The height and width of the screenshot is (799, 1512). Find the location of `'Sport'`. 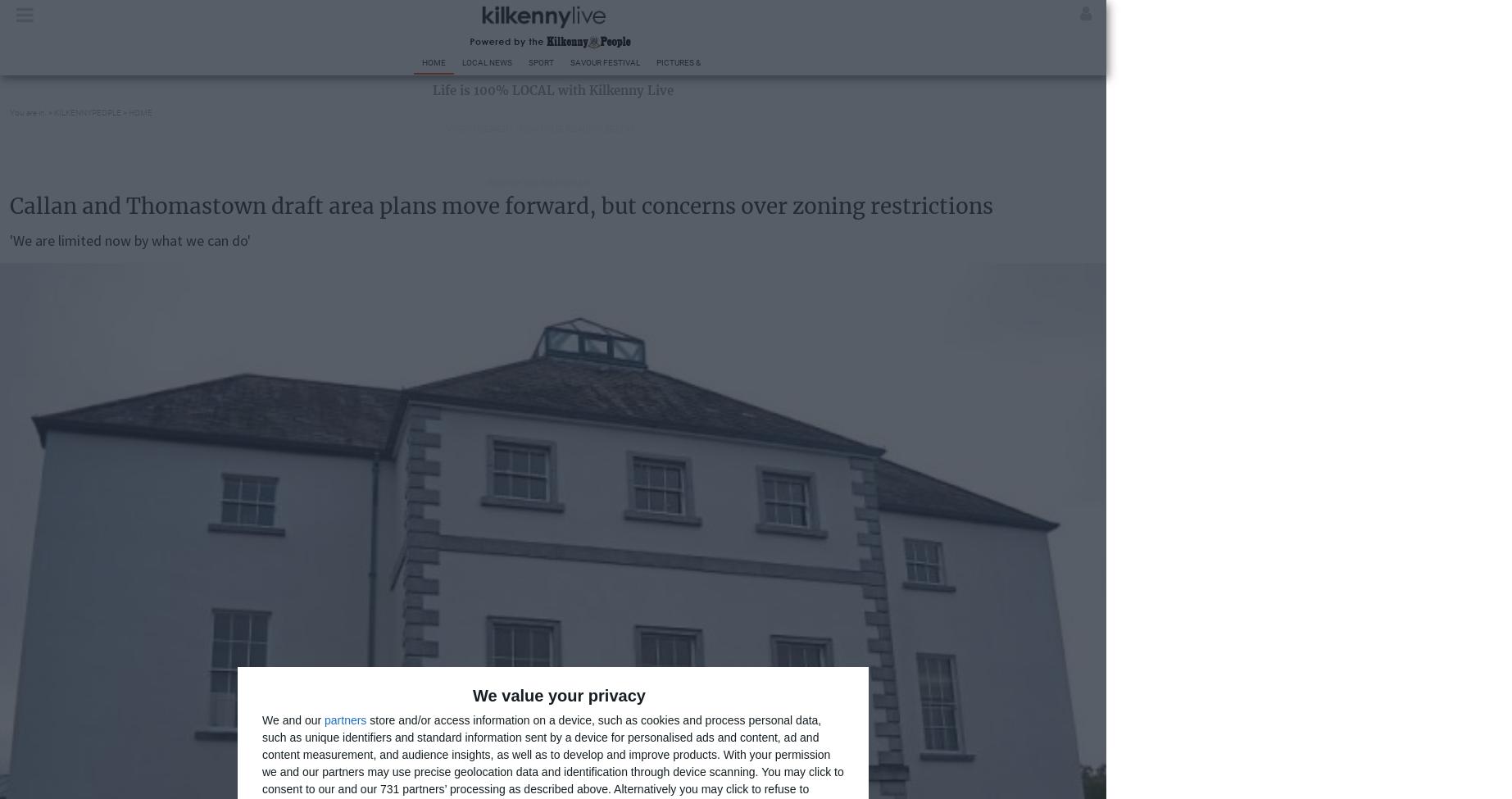

'Sport' is located at coordinates (541, 62).